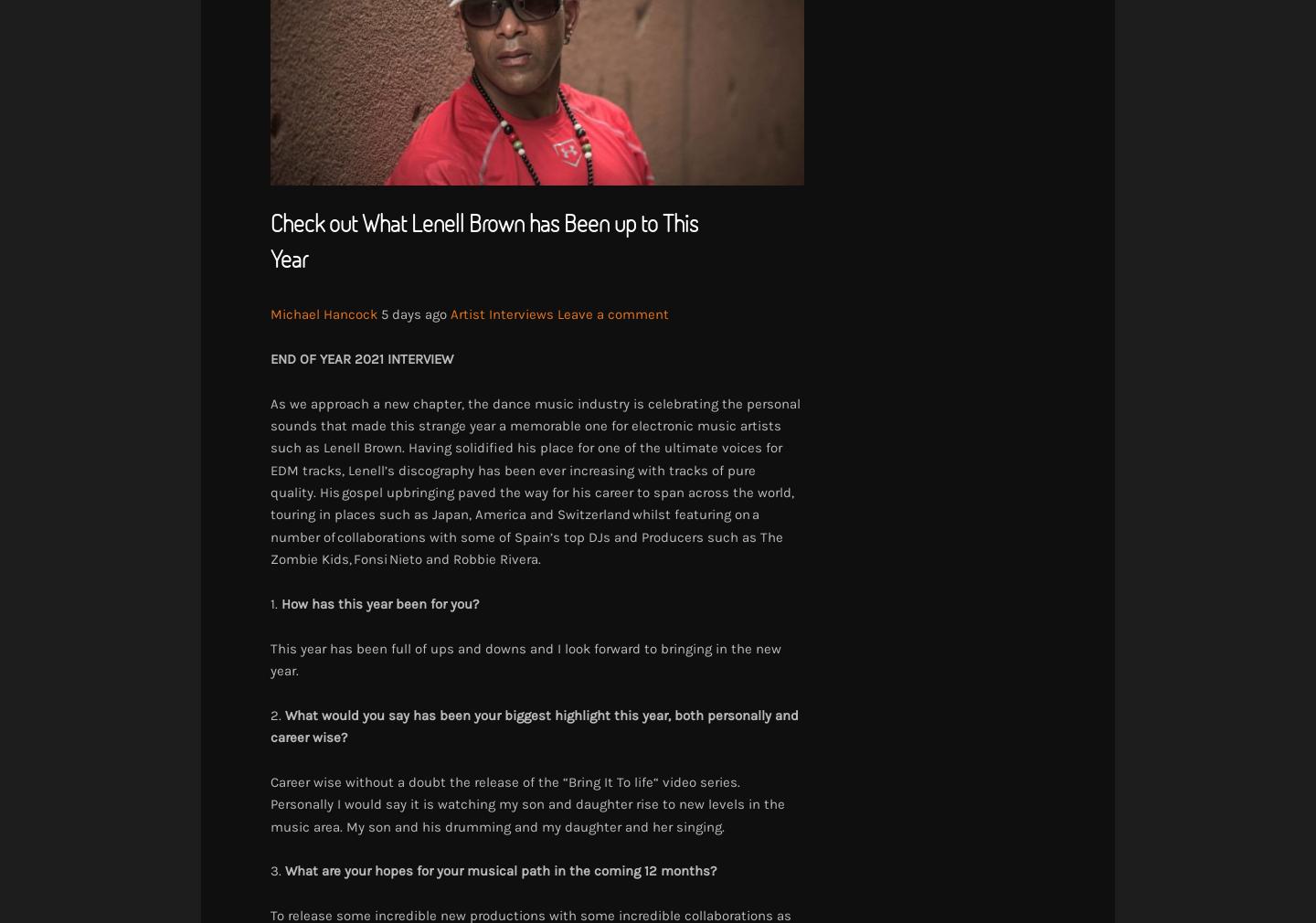  I want to click on '2.', so click(277, 715).